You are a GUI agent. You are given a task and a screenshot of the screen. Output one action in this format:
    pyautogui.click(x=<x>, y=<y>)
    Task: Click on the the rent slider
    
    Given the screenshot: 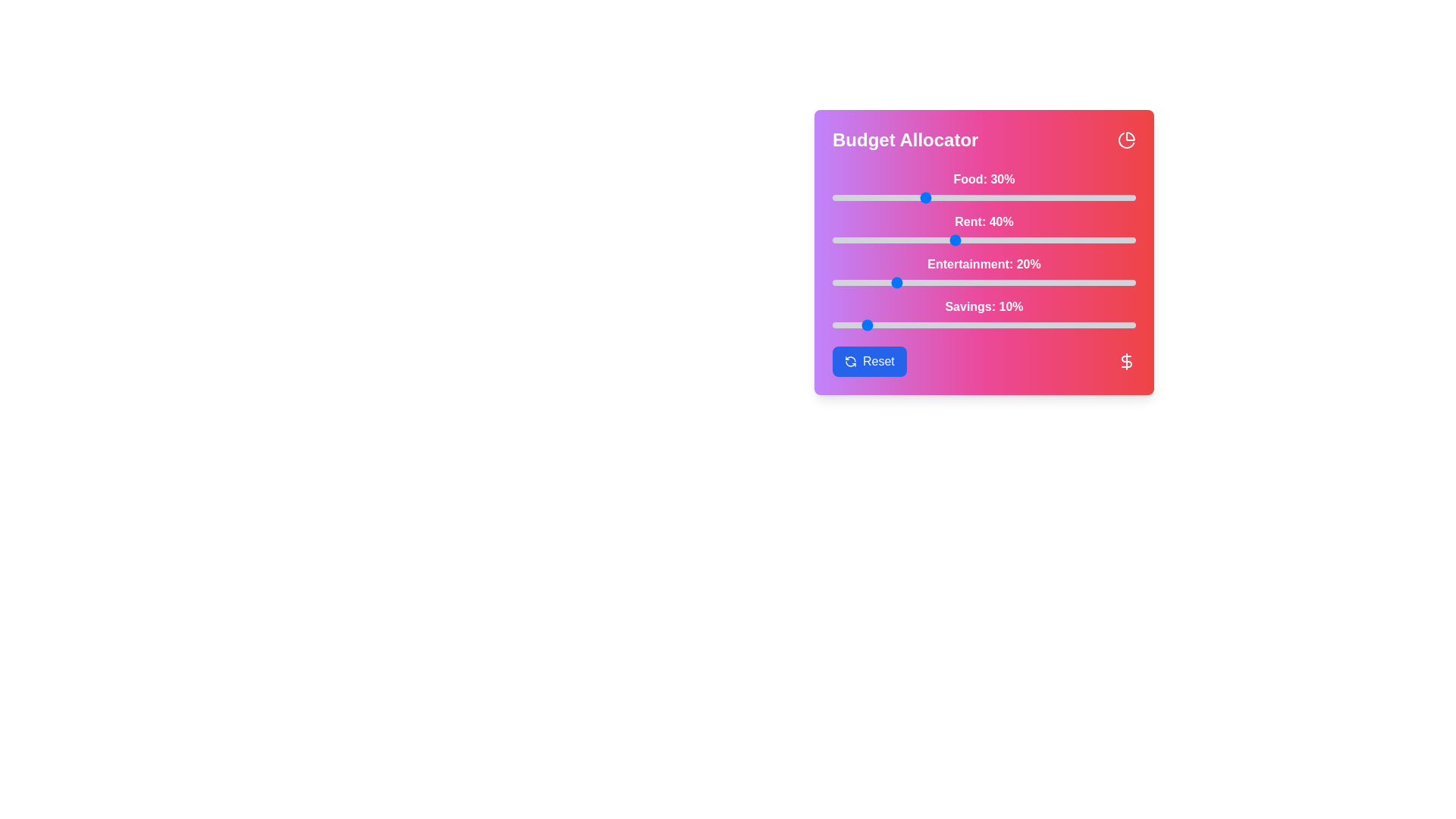 What is the action you would take?
    pyautogui.click(x=884, y=239)
    